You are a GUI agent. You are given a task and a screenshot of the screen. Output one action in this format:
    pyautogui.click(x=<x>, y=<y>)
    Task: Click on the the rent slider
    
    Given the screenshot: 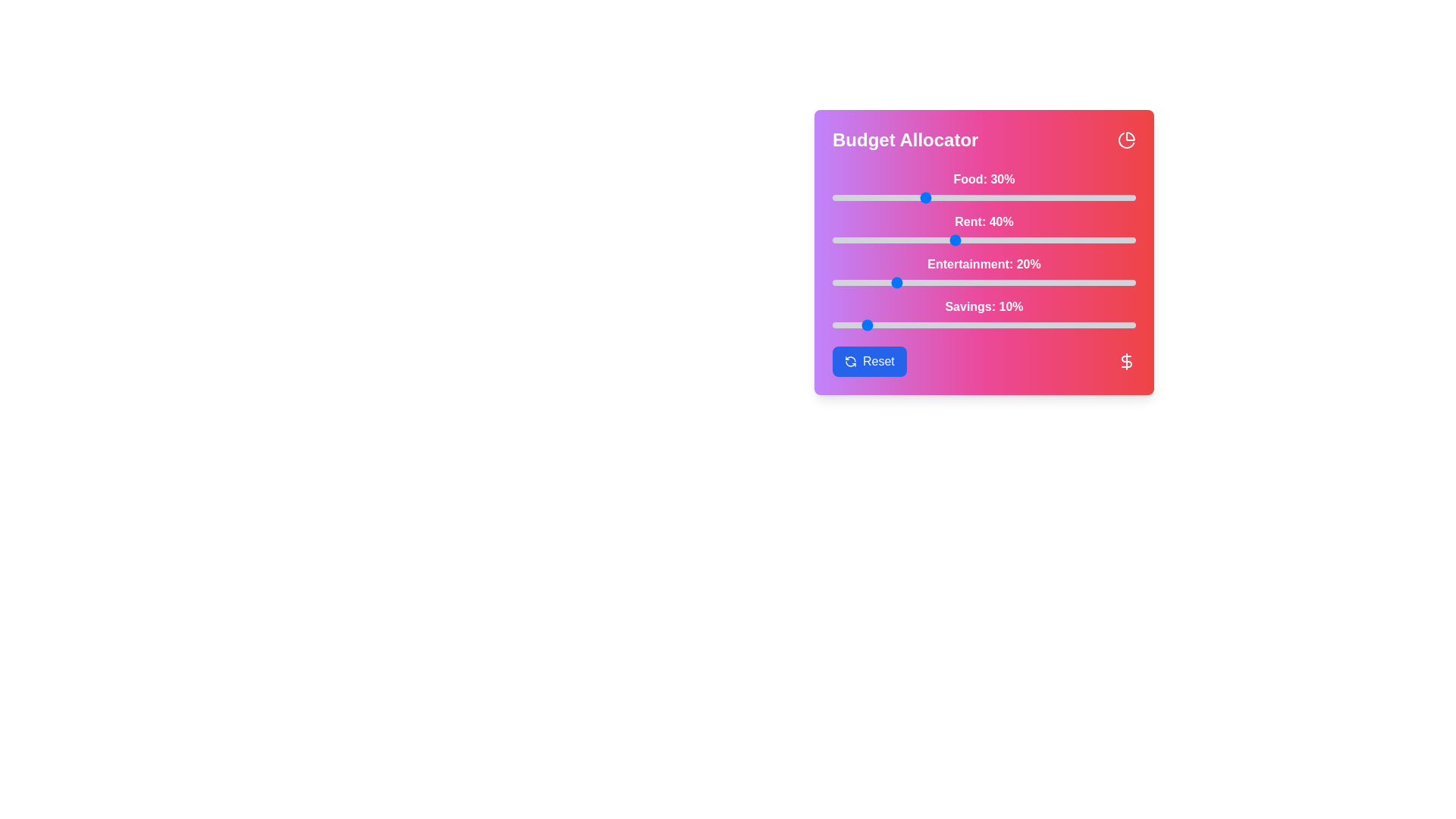 What is the action you would take?
    pyautogui.click(x=884, y=239)
    